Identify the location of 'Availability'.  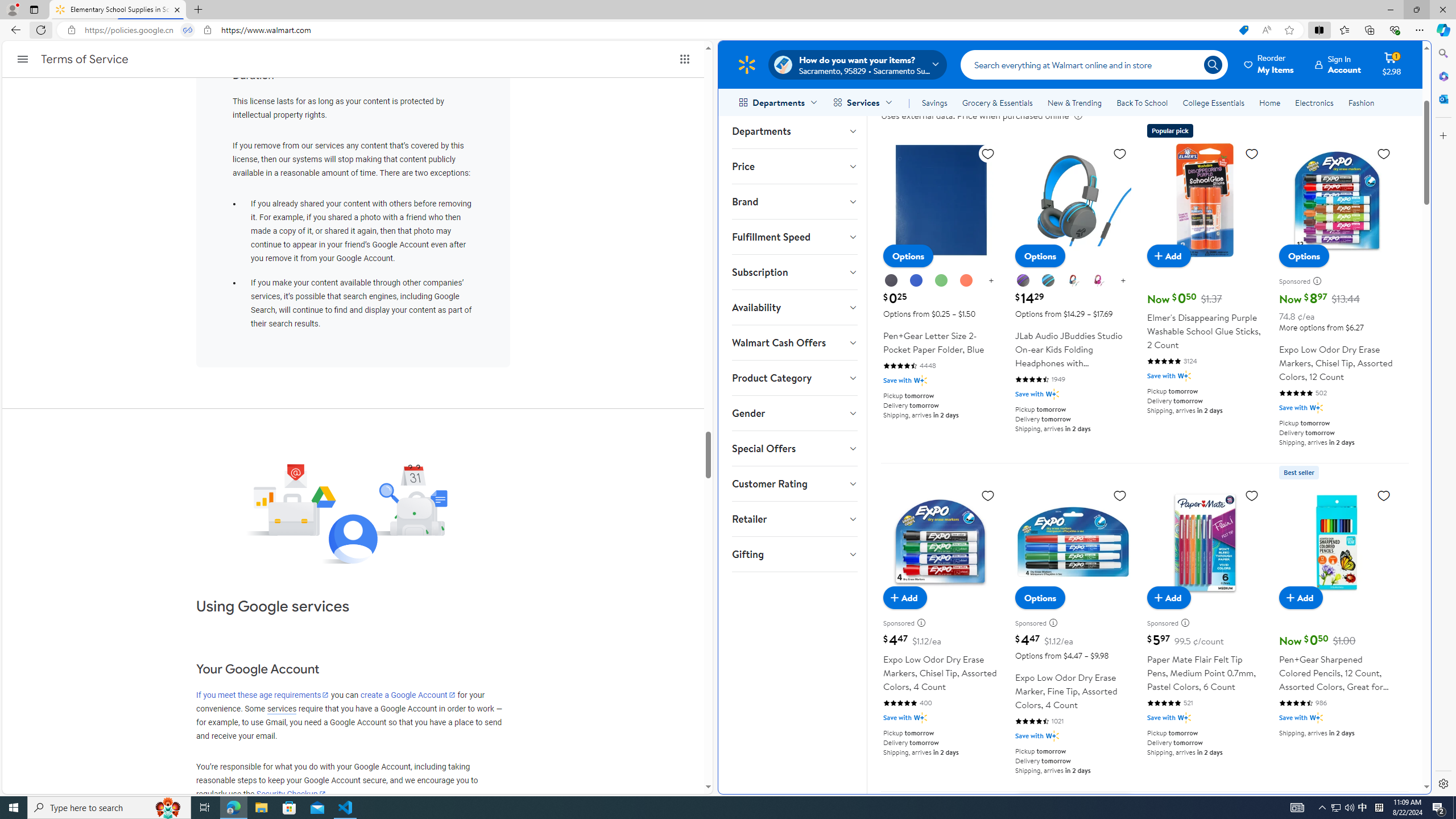
(793, 307).